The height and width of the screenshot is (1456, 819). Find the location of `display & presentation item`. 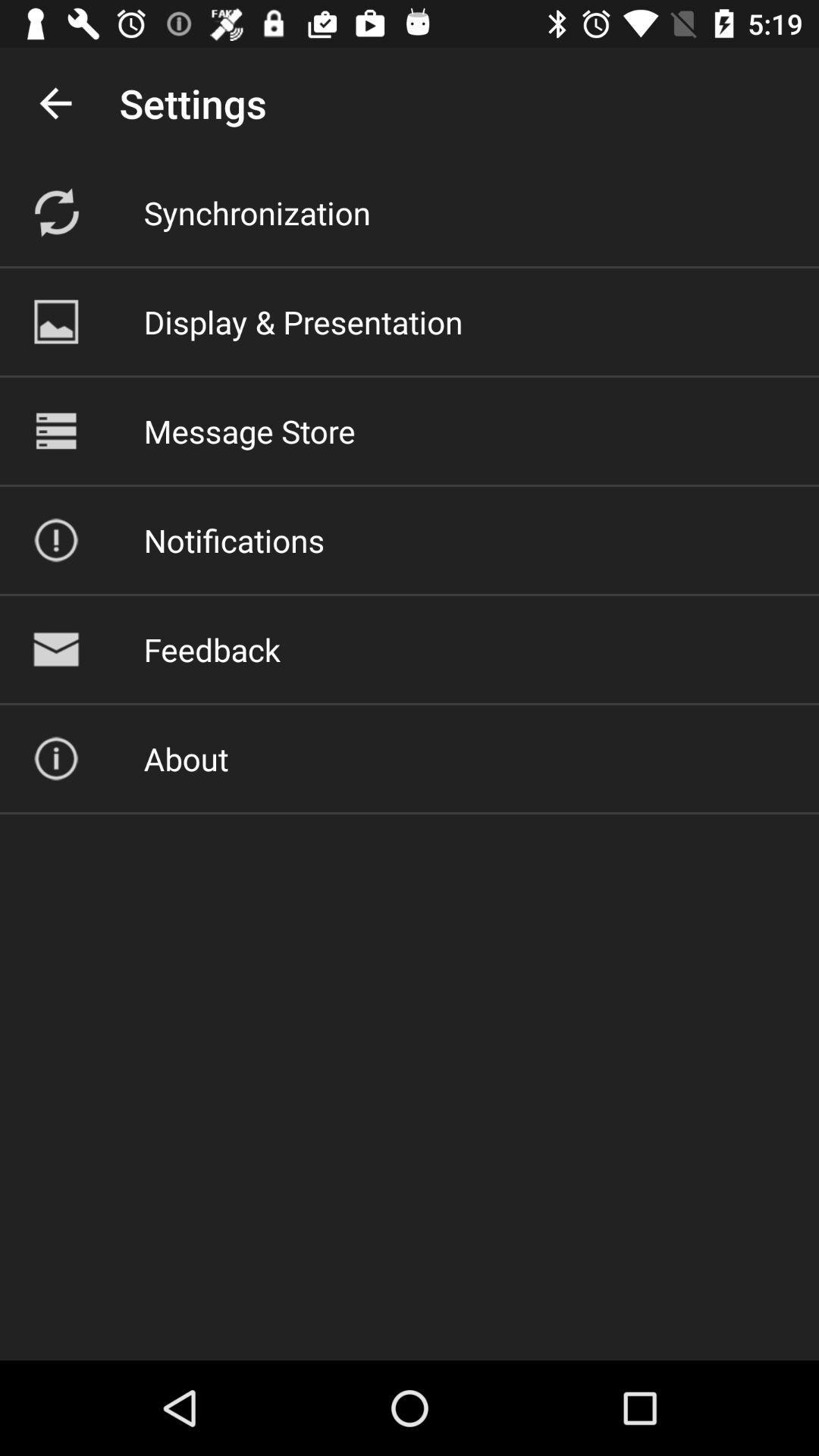

display & presentation item is located at coordinates (303, 321).